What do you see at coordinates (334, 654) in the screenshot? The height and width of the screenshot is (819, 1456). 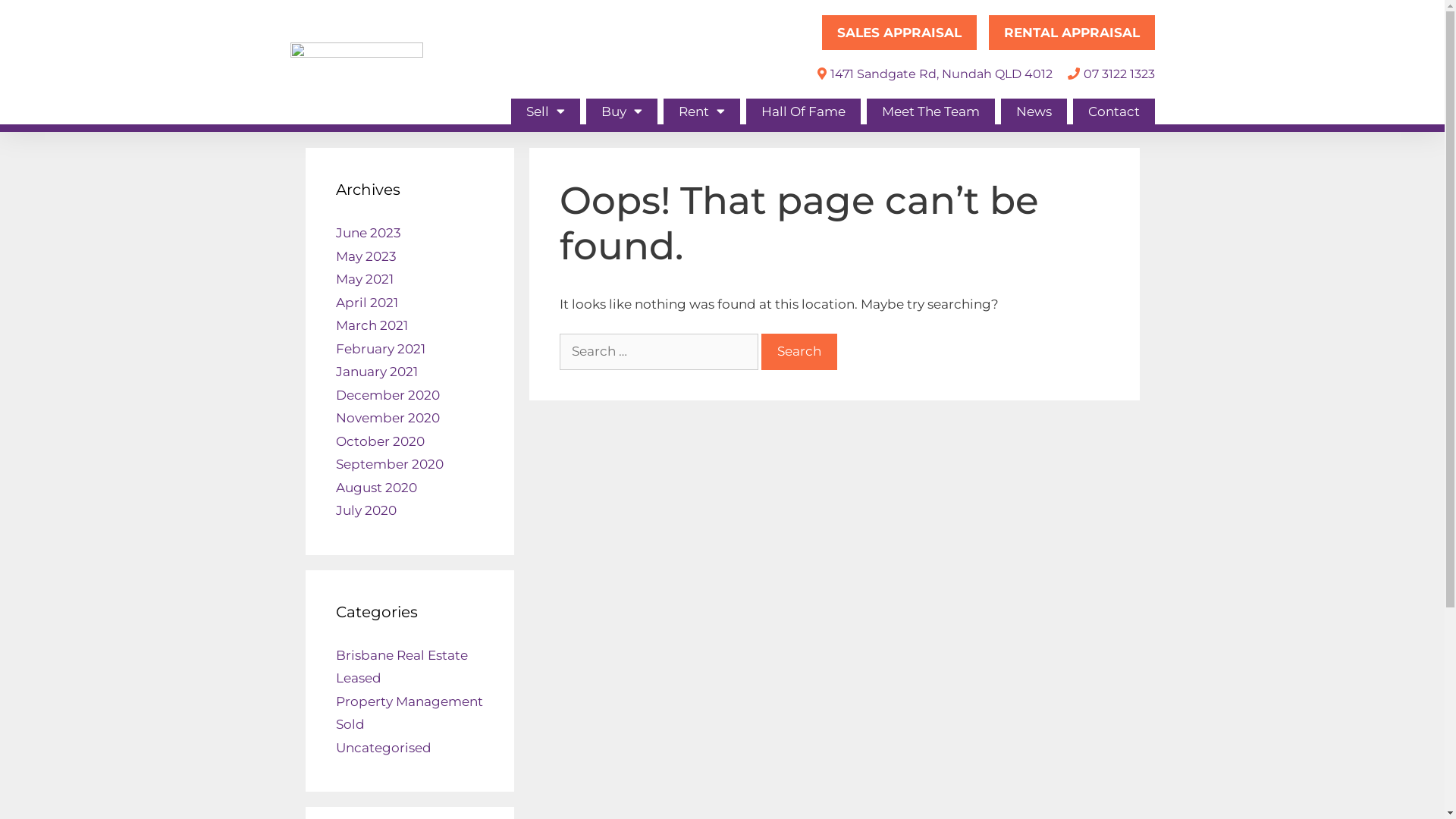 I see `'Brisbane Real Estate'` at bounding box center [334, 654].